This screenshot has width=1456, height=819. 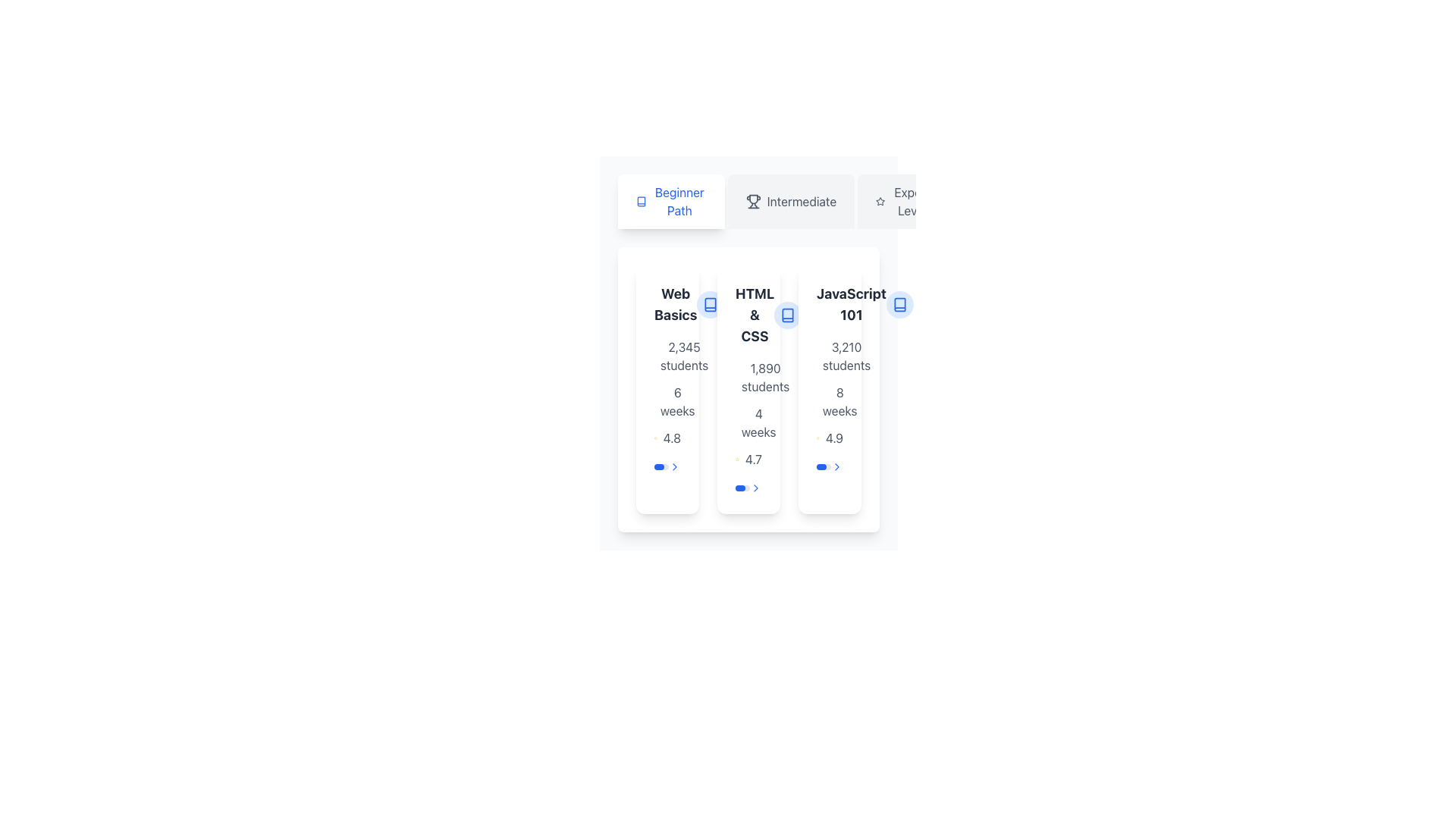 What do you see at coordinates (880, 200) in the screenshot?
I see `the icon representing ratings or favorites for the JavaScript 101 course` at bounding box center [880, 200].